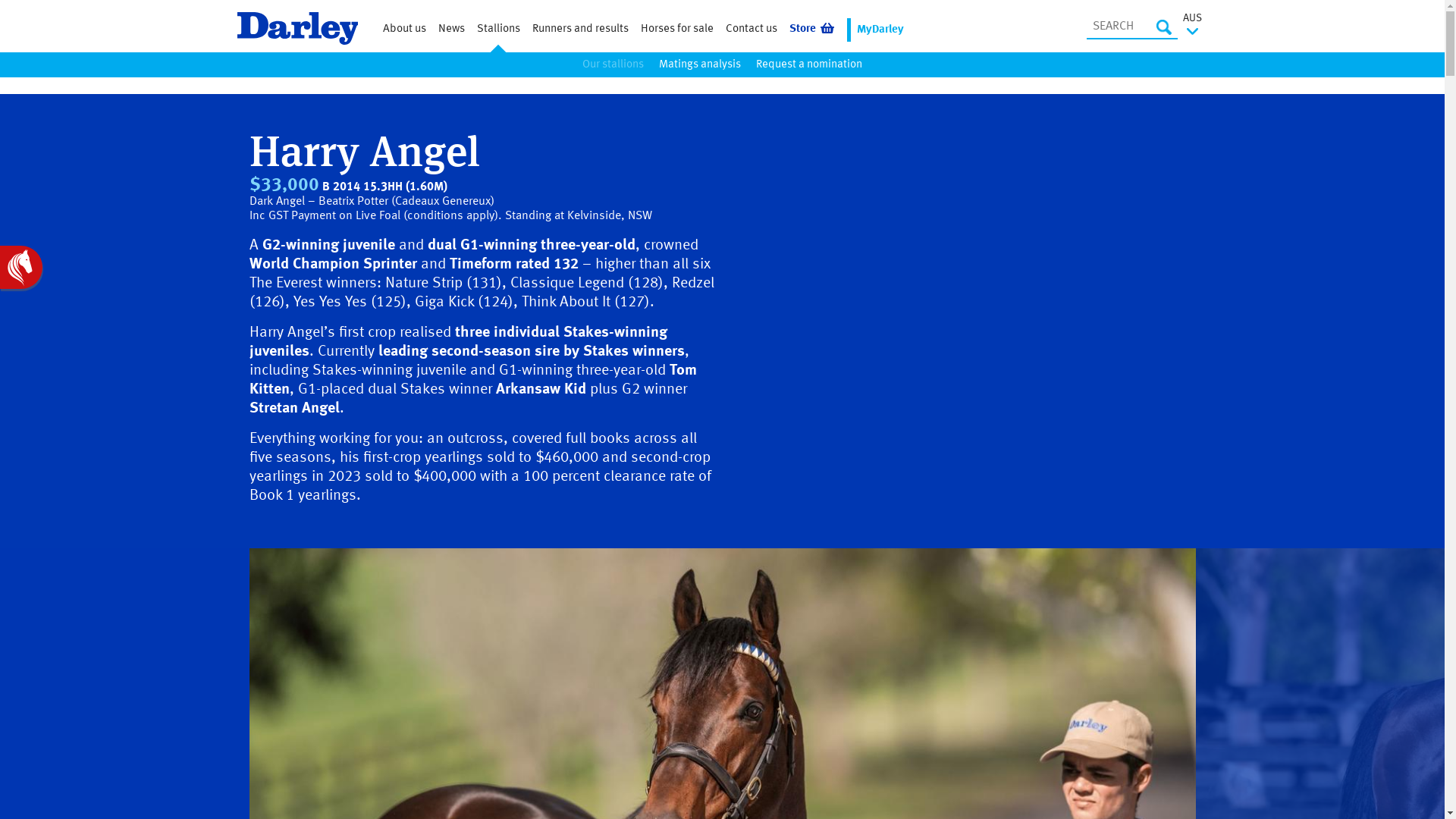 The height and width of the screenshot is (819, 1456). Describe the element at coordinates (497, 29) in the screenshot. I see `'Stallions'` at that location.